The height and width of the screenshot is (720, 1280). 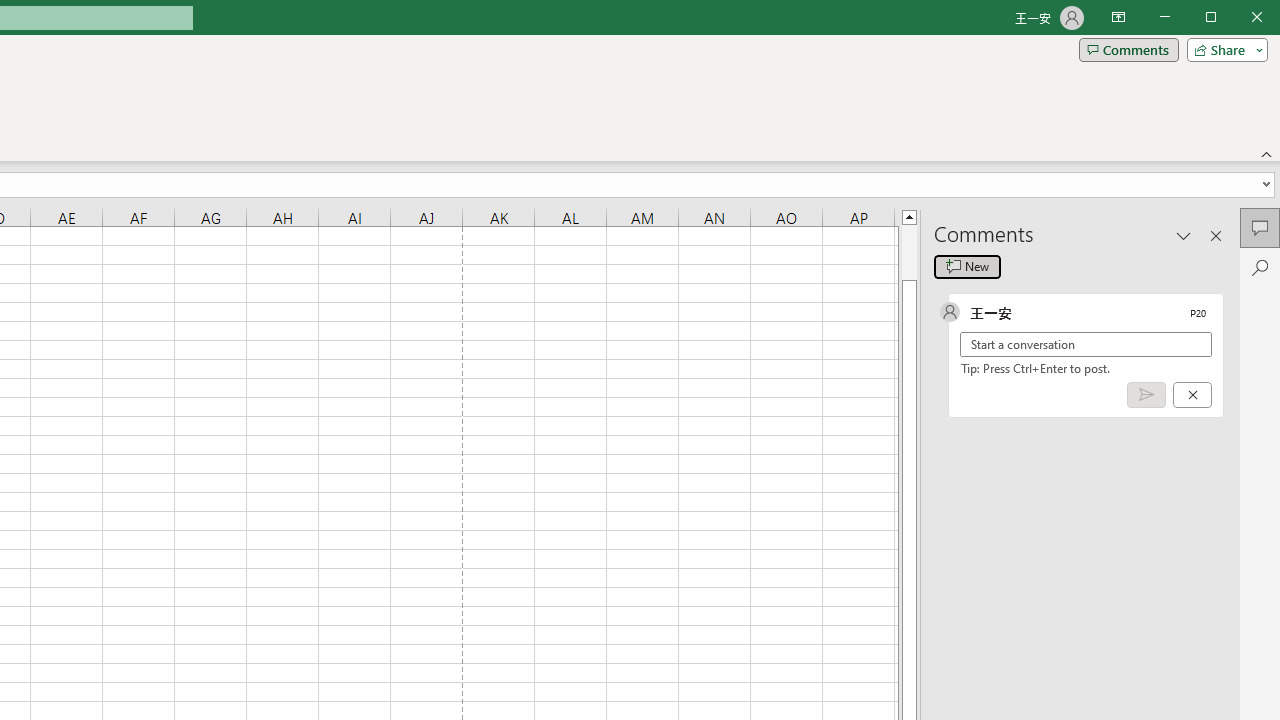 I want to click on 'Cancel', so click(x=1192, y=395).